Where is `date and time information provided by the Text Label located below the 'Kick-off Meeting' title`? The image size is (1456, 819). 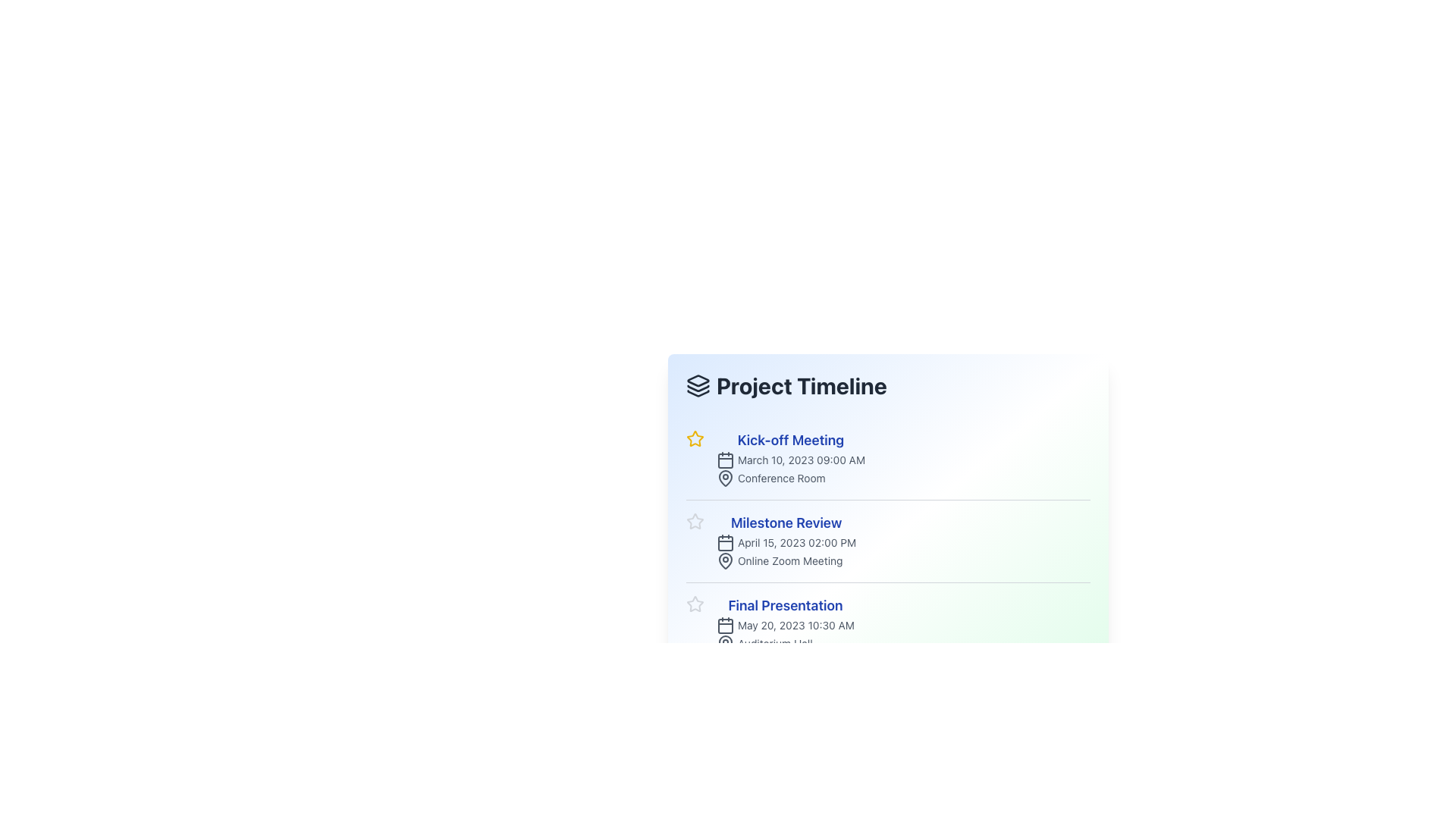
date and time information provided by the Text Label located below the 'Kick-off Meeting' title is located at coordinates (789, 459).